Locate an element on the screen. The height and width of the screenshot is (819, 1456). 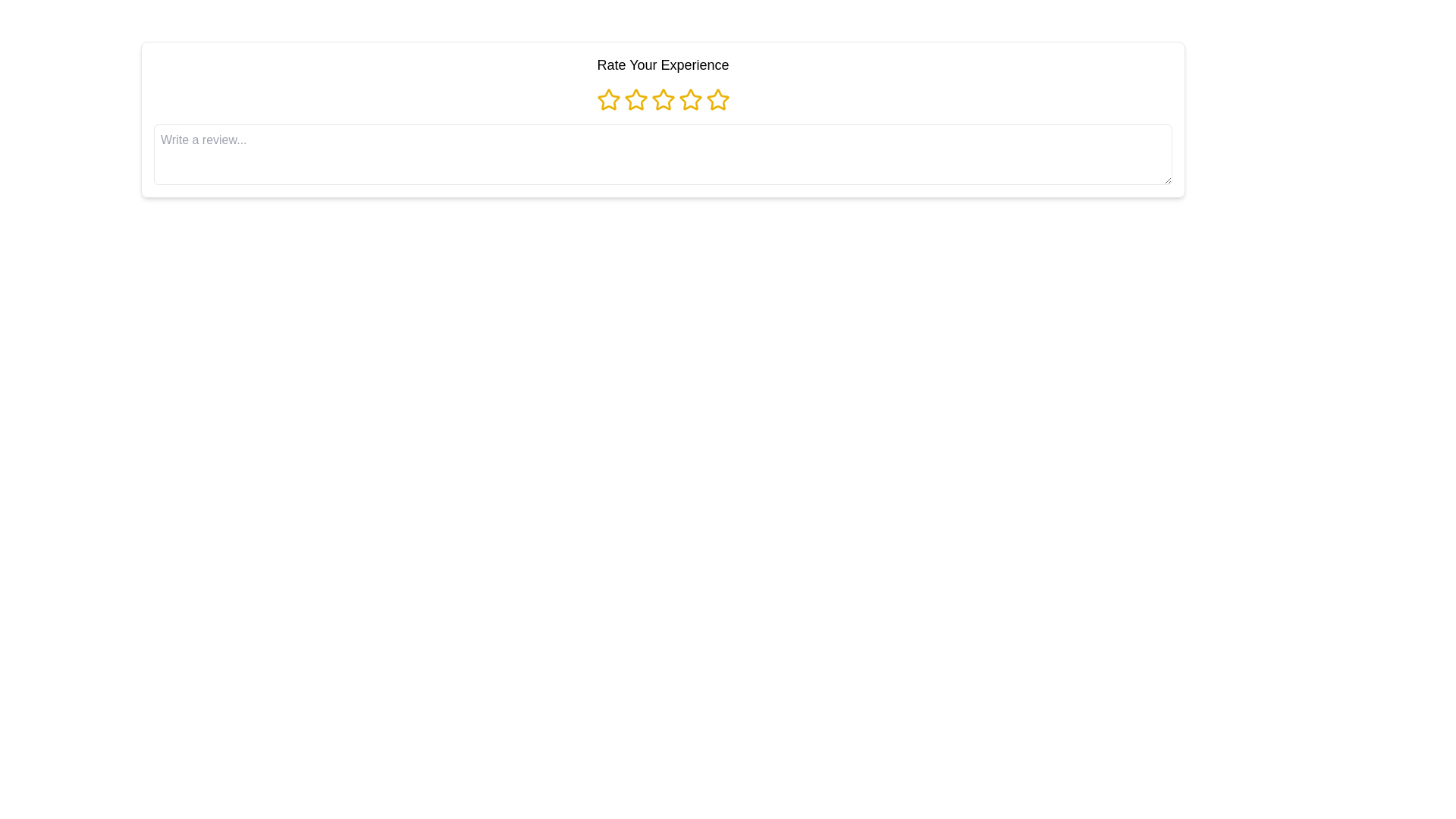
the first Rating Star icon, which is a bold yellow outlined star against a white background, located at the center top of the page below the 'Rate Your Experience' label is located at coordinates (608, 99).